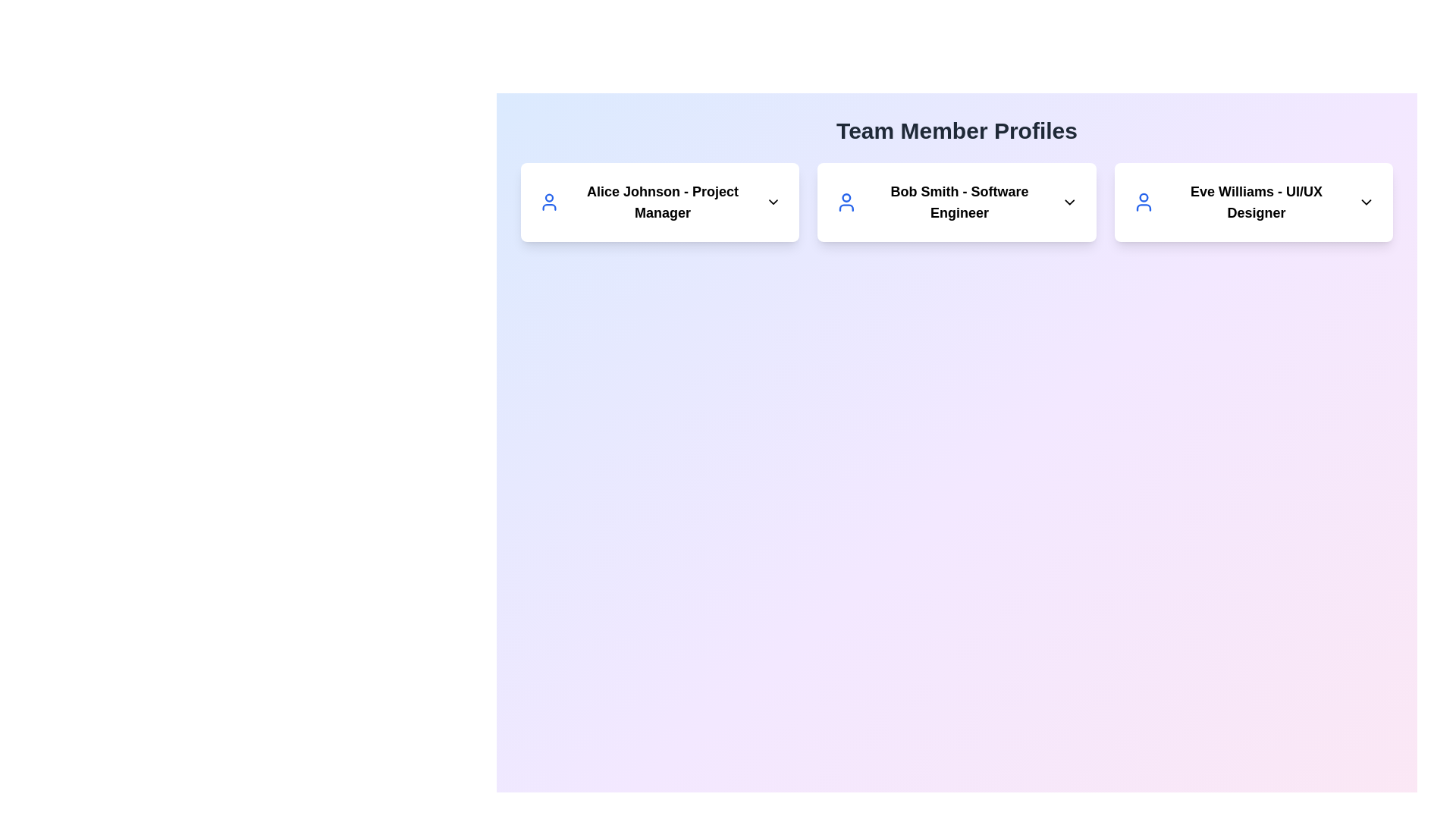  Describe the element at coordinates (956, 201) in the screenshot. I see `the Profile card for team member Bob Smith, which is the second card in a horizontally arranged grid of team member profiles, positioned between Alice Johnson and Eve Williams` at that location.